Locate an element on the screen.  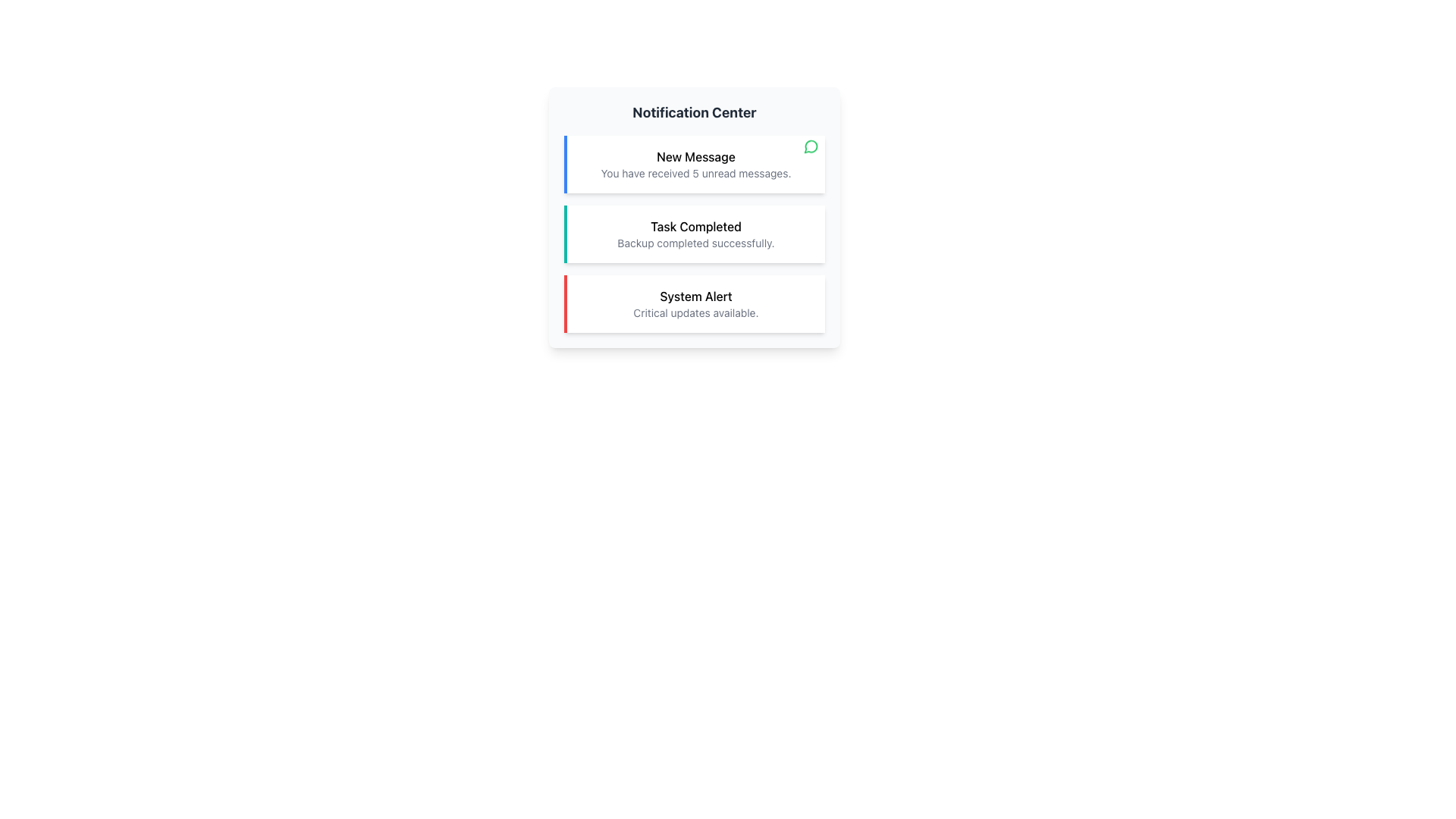
notification message displayed in the Notification Card, which is centrally positioned in the Notification Center, specifically the middle card among three notifications is located at coordinates (694, 234).